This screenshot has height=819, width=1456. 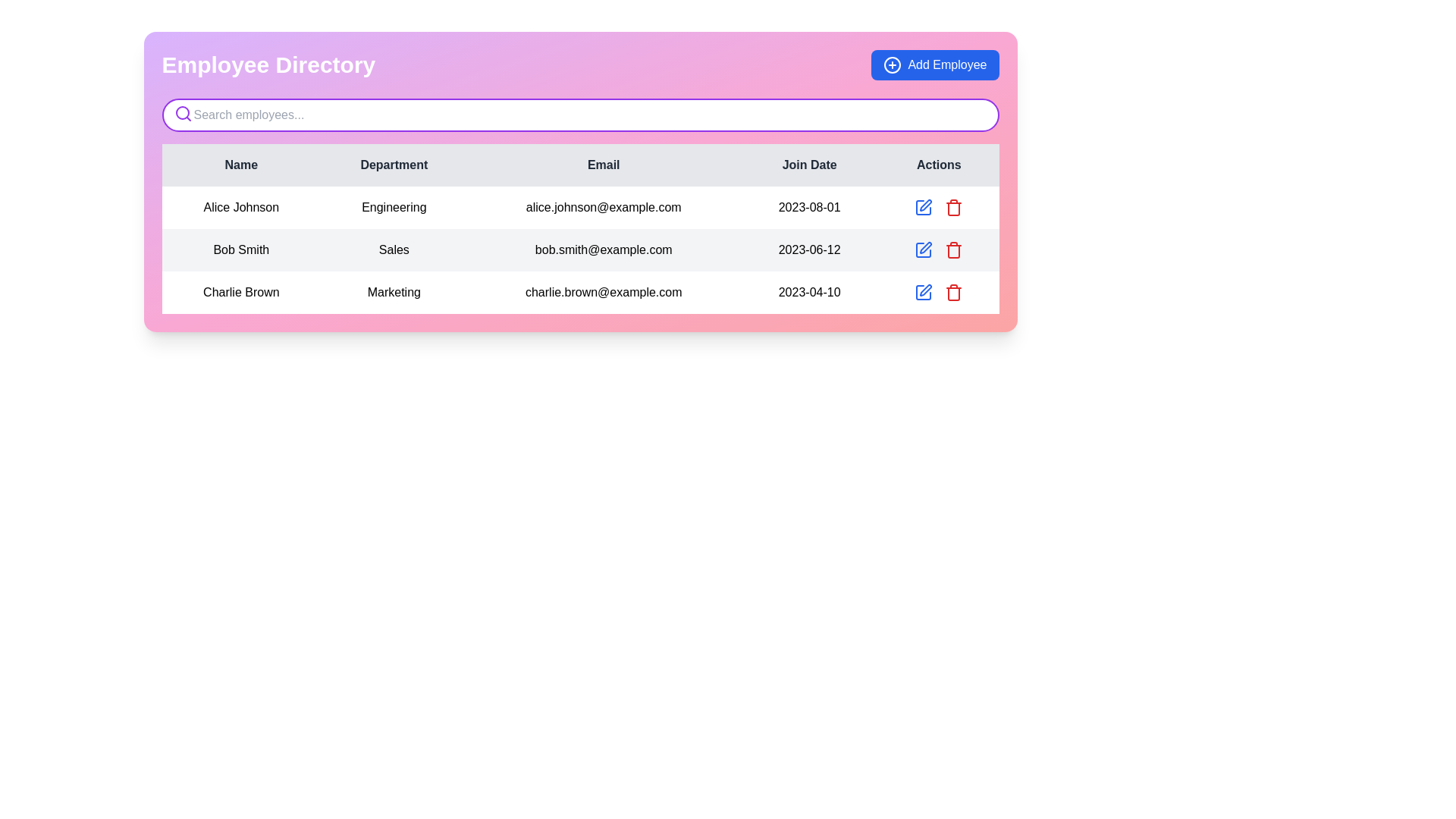 What do you see at coordinates (925, 205) in the screenshot?
I see `the pen icon in the 'Actions' column of Alice Johnson's row to initiate editing` at bounding box center [925, 205].